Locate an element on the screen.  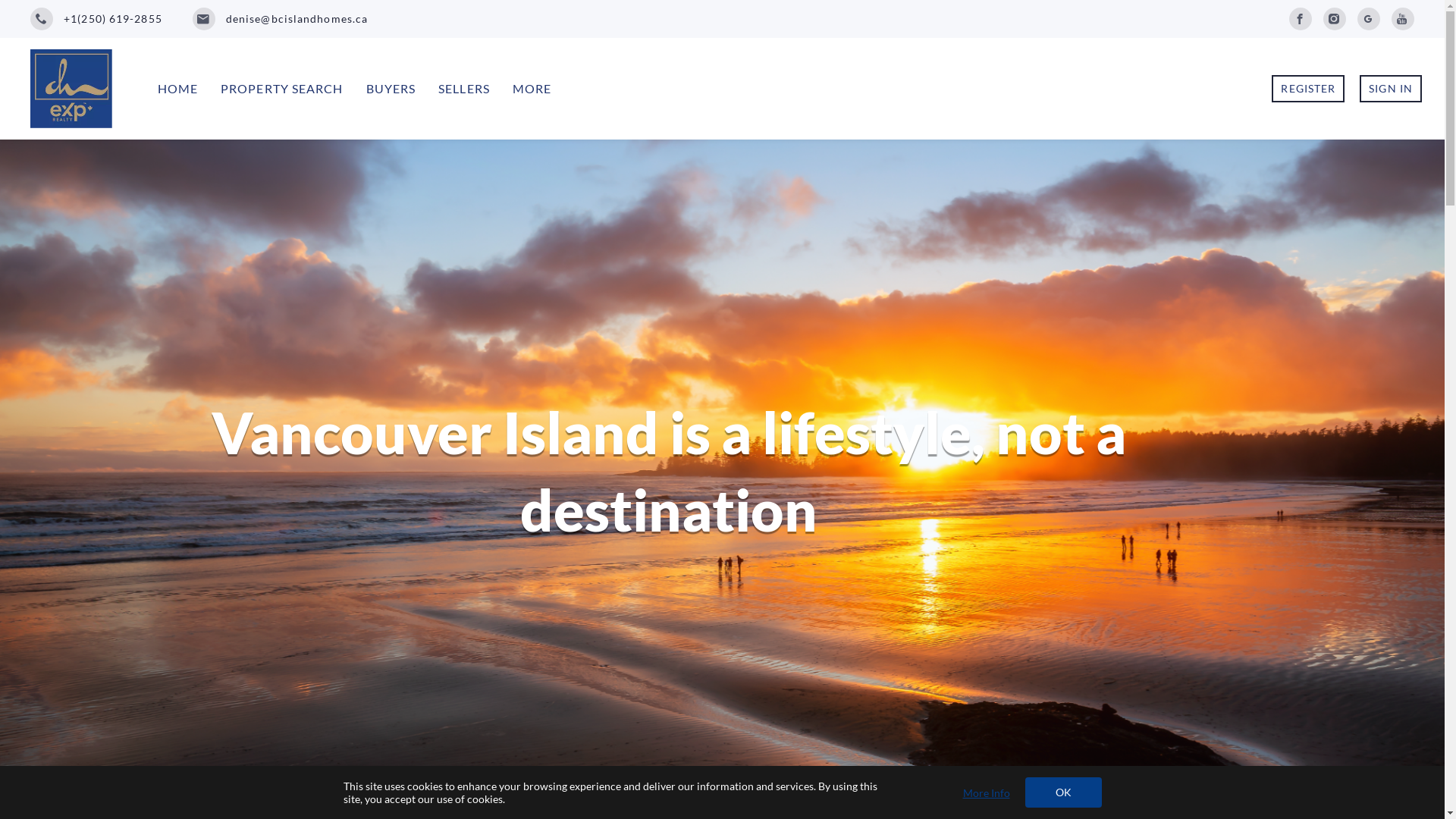
'MORE' is located at coordinates (532, 88).